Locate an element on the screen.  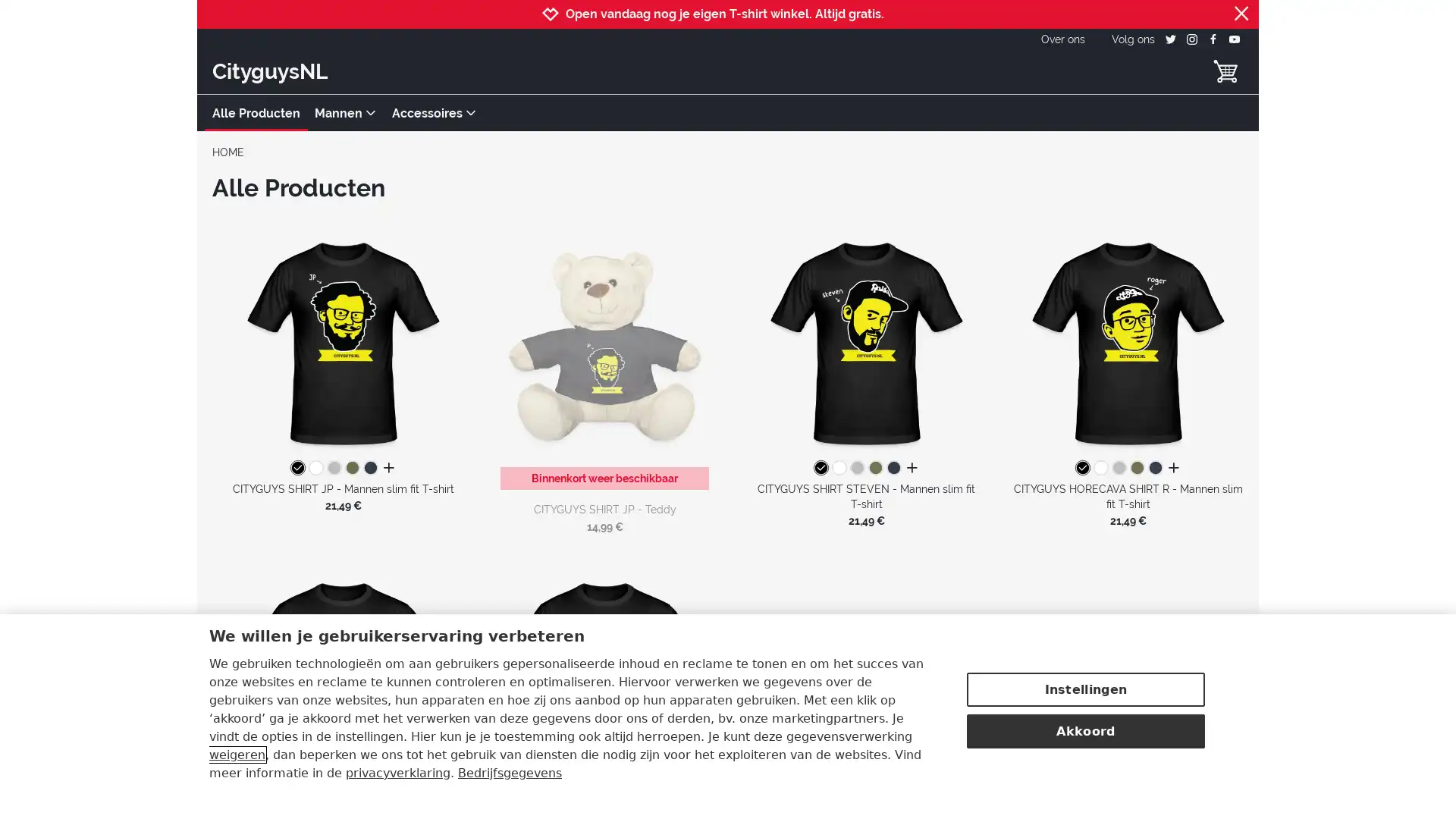
grijs gemeleerd is located at coordinates (333, 468).